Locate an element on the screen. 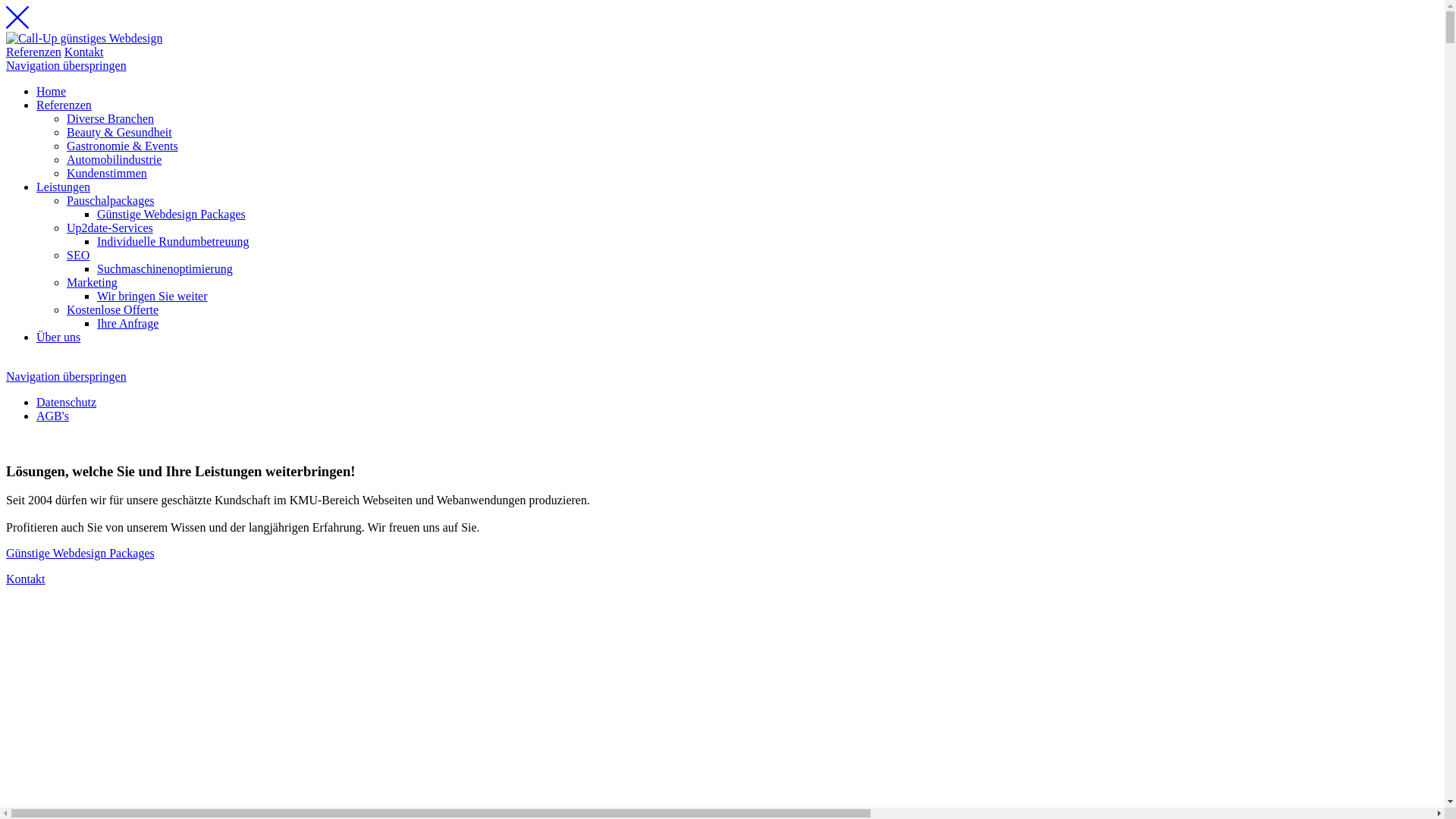 The width and height of the screenshot is (1456, 819). ' ' is located at coordinates (6, 362).